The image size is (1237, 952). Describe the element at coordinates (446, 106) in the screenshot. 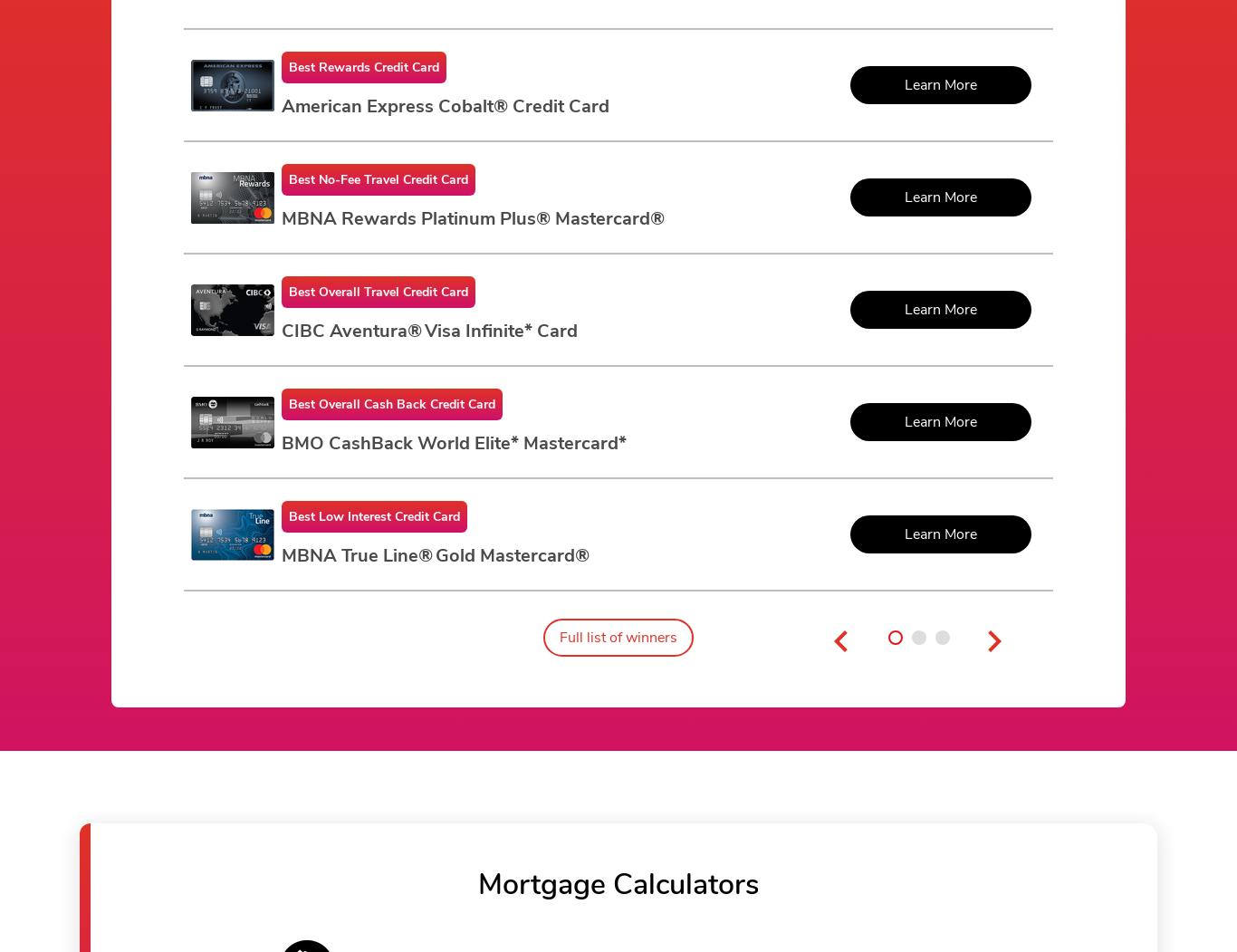

I see `'American Express Cobalt® Credit Card'` at that location.